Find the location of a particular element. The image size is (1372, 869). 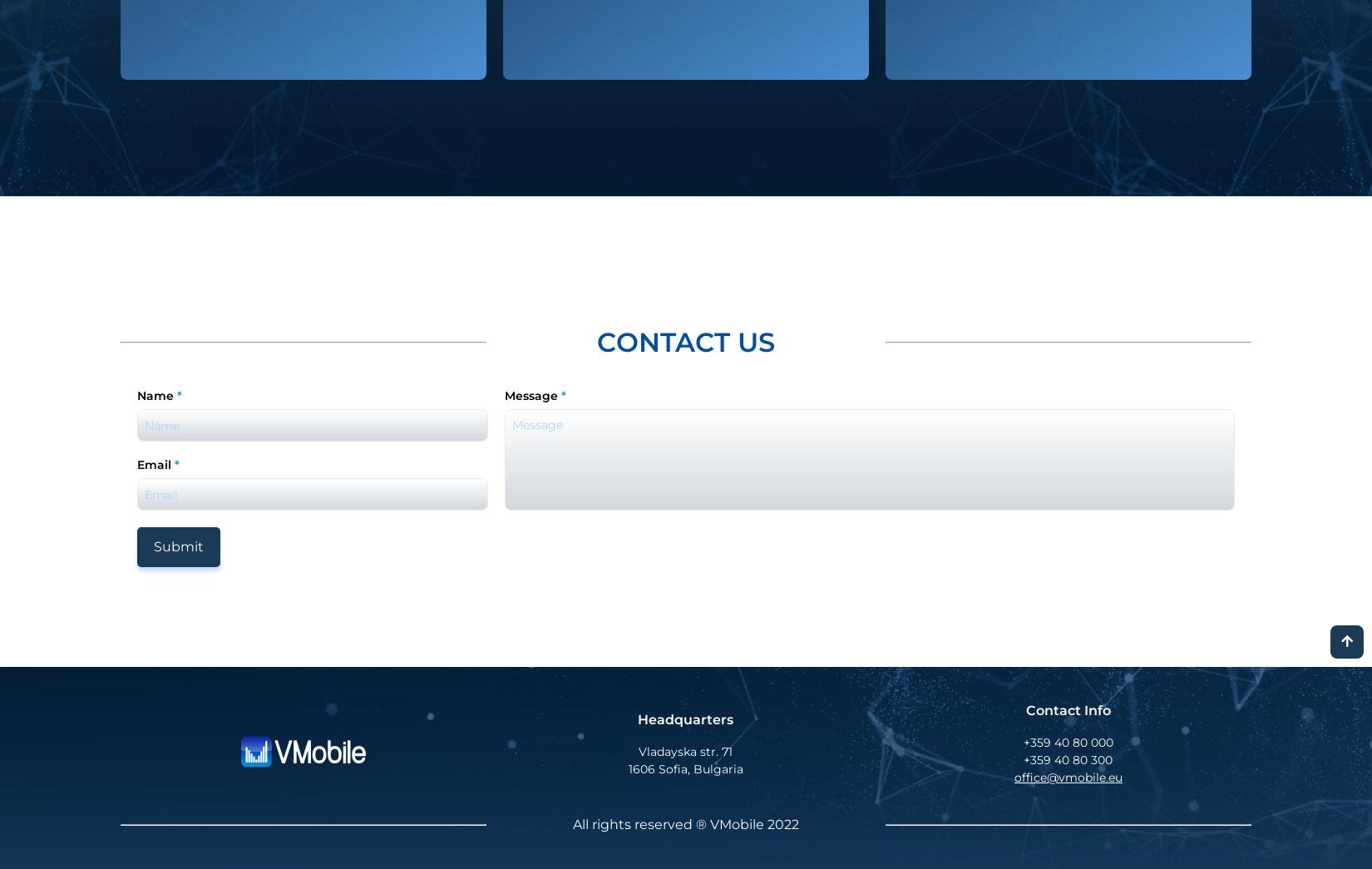

'CONTACT US' is located at coordinates (684, 342).